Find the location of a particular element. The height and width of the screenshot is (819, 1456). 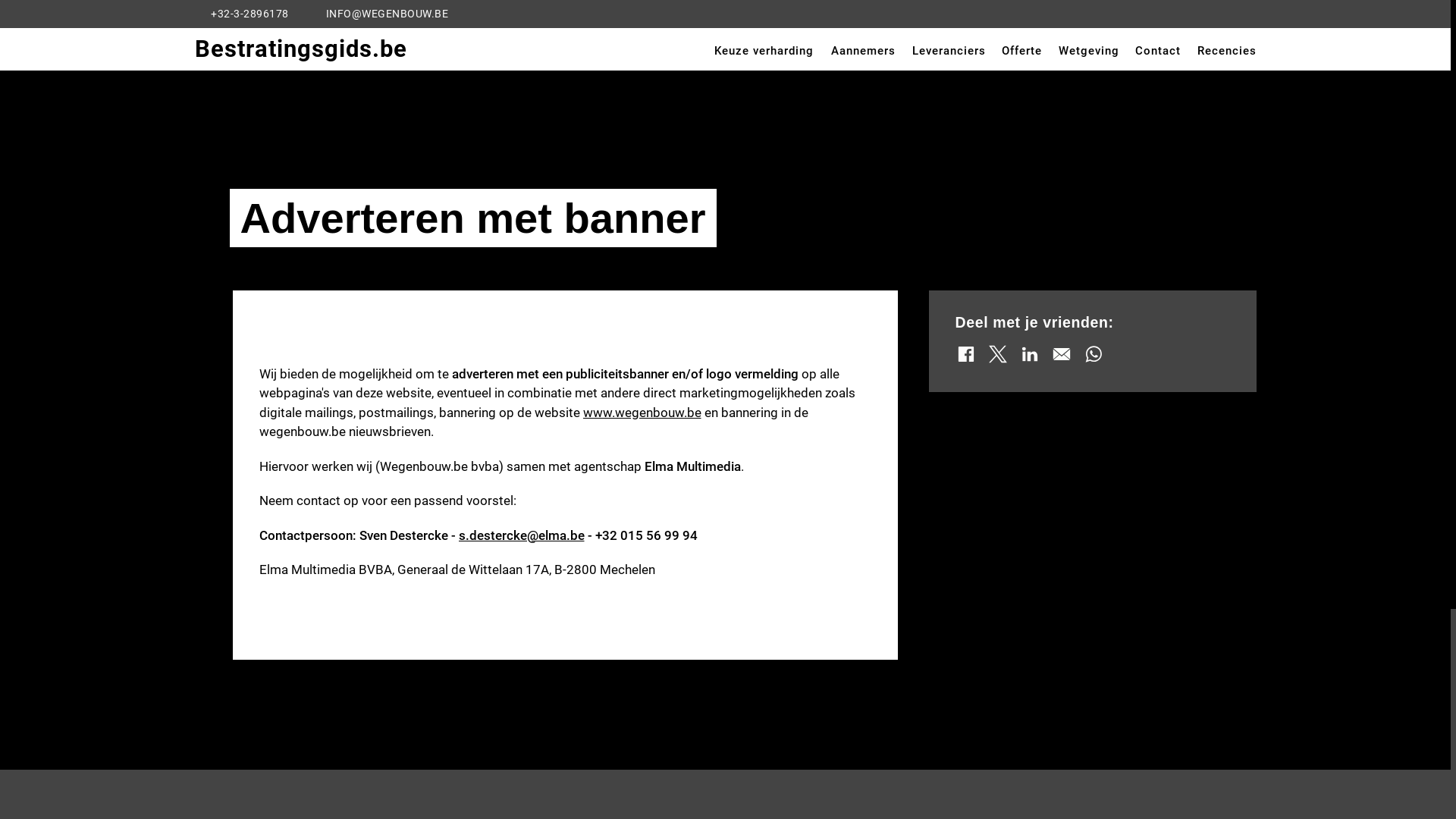

'Keuze verharding' is located at coordinates (764, 52).